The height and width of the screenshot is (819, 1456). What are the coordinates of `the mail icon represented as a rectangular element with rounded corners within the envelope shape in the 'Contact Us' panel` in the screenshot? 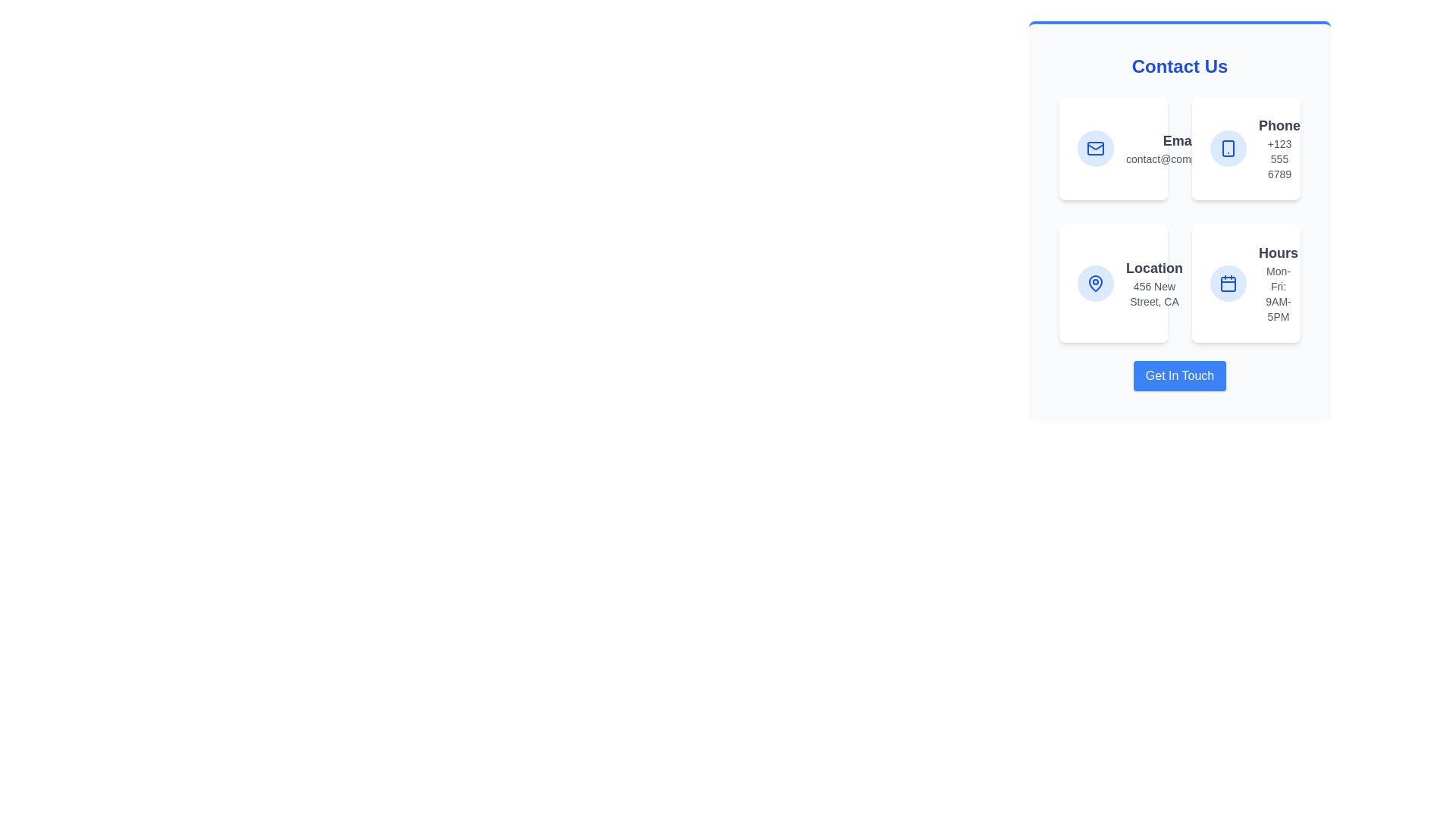 It's located at (1095, 149).